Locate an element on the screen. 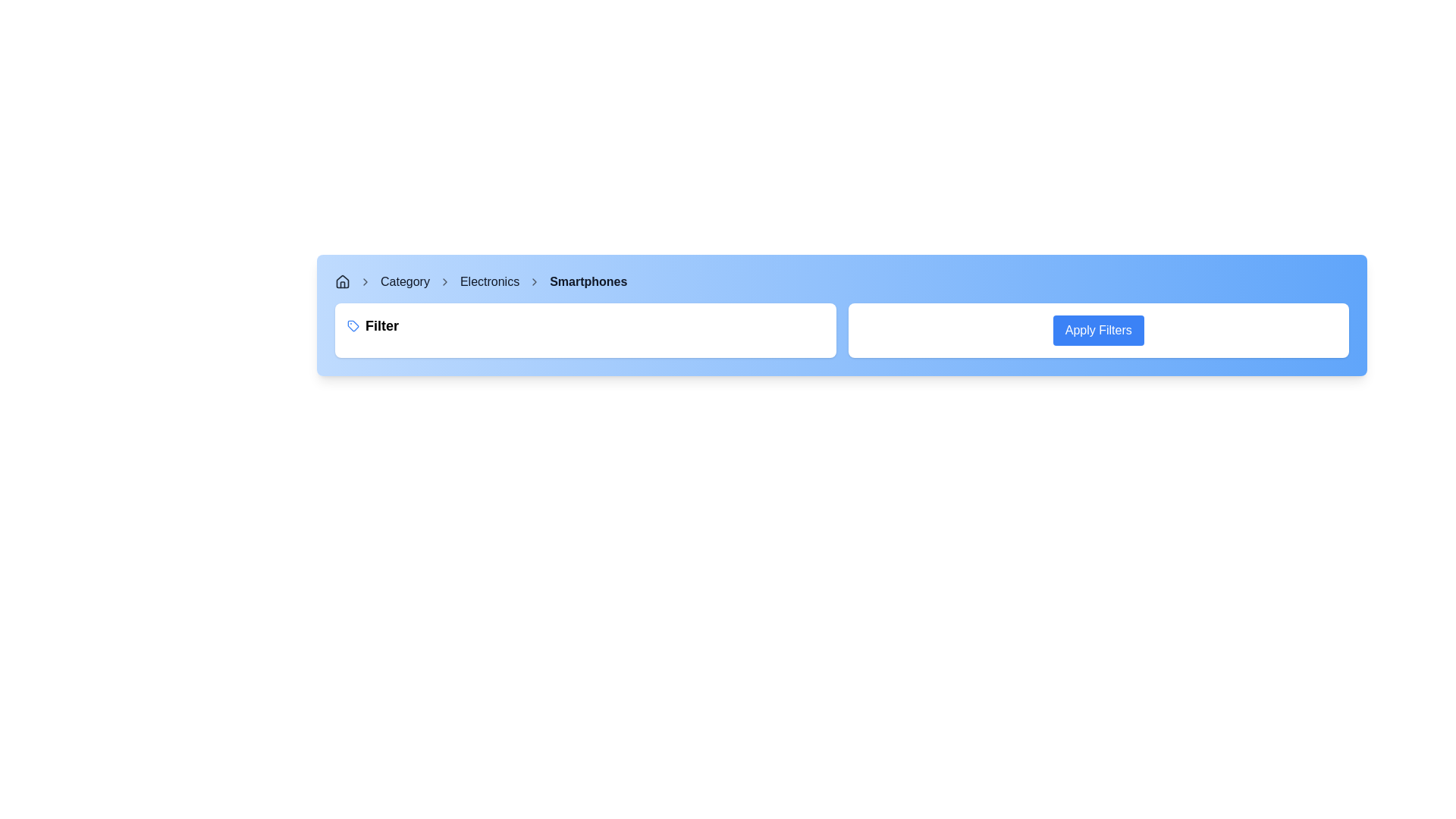 This screenshot has width=1456, height=819. the 'Smartphones' text label in the breadcrumb navigation bar, which is styled in bold dark gray and follows the 'Electronics' breadcrumb is located at coordinates (588, 281).